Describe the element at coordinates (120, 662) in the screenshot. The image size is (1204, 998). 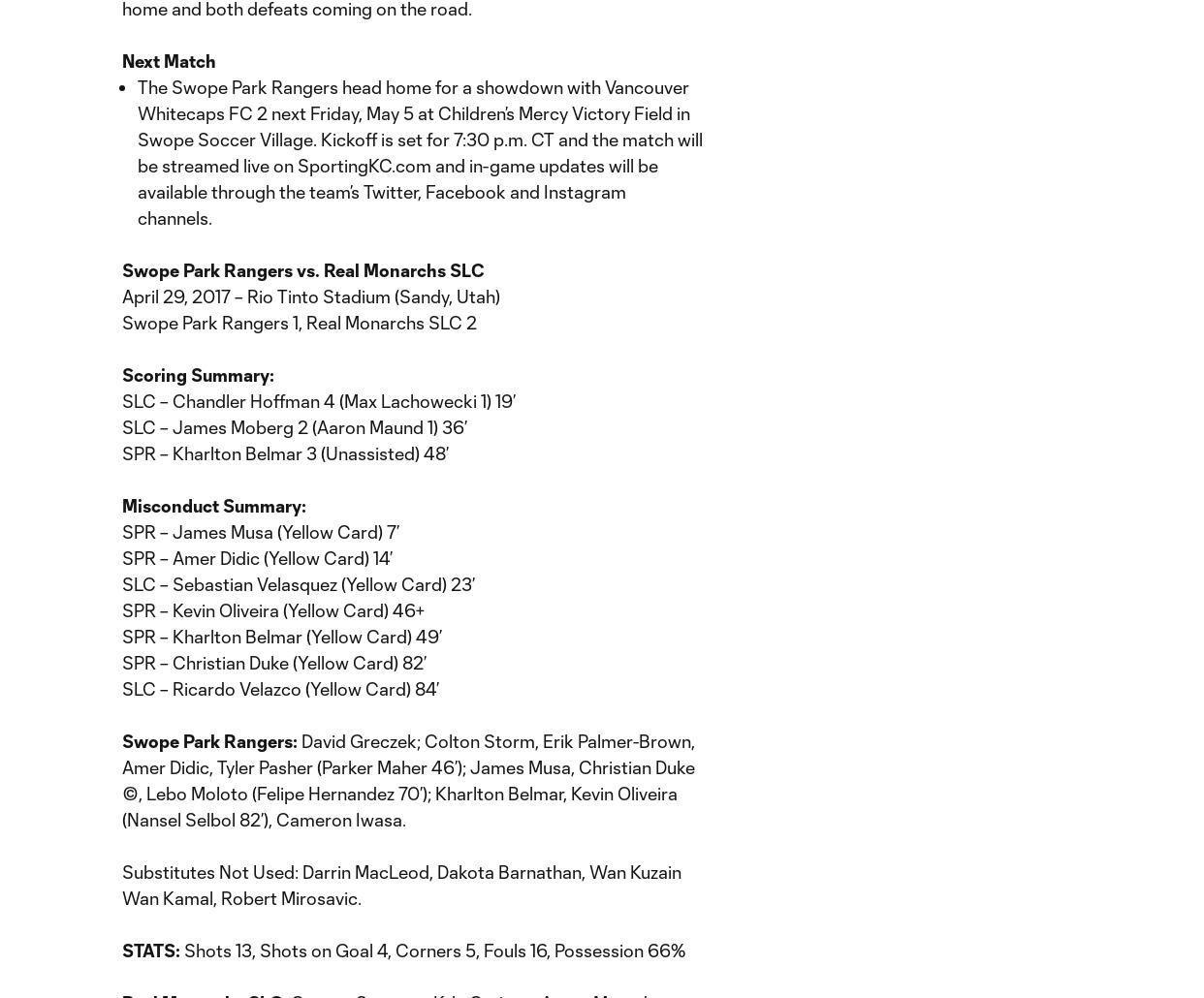
I see `'SPR – Christian Duke (Yellow Card) 82’'` at that location.